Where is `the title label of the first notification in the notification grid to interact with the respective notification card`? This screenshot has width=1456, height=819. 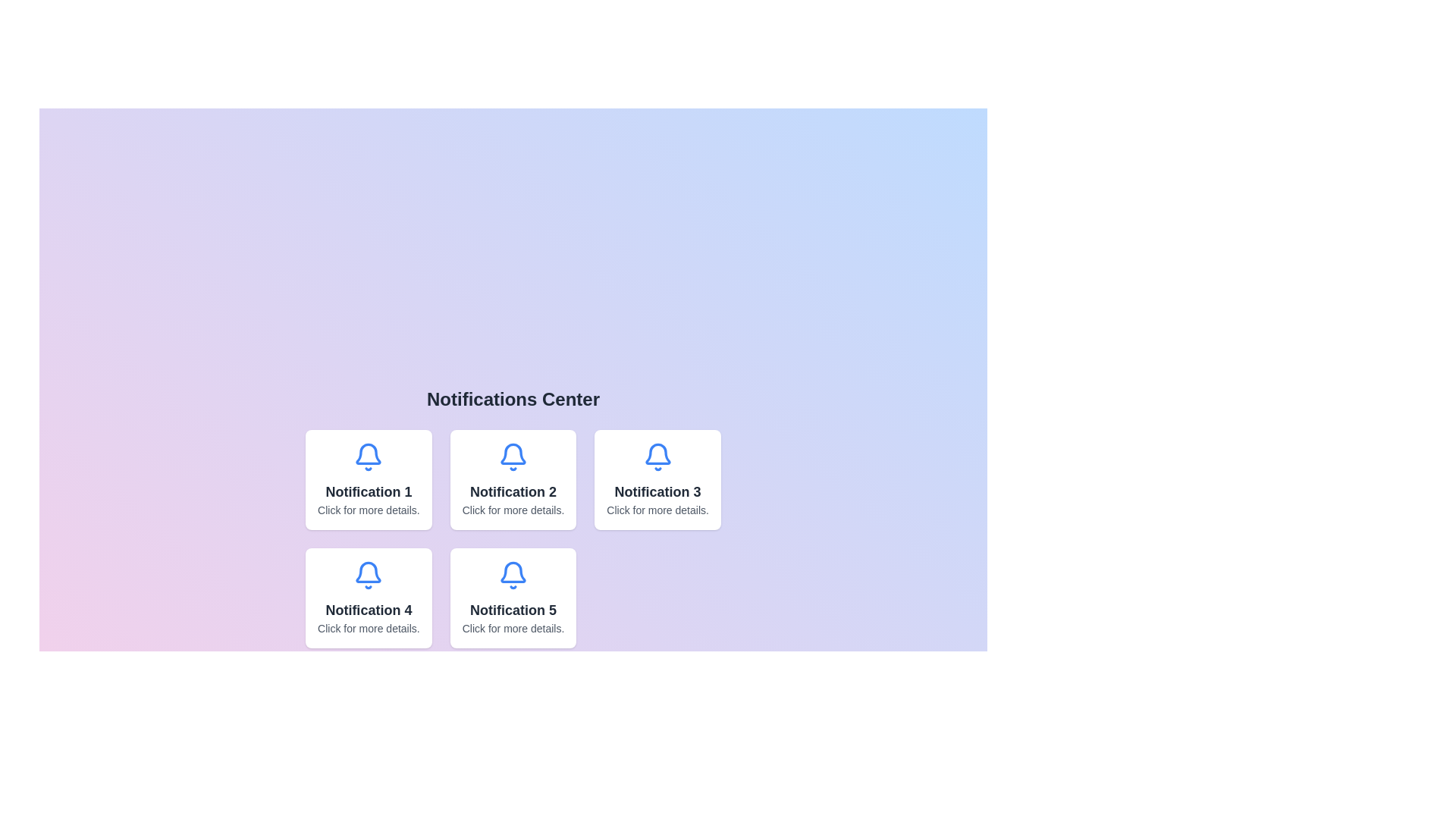
the title label of the first notification in the notification grid to interact with the respective notification card is located at coordinates (369, 491).